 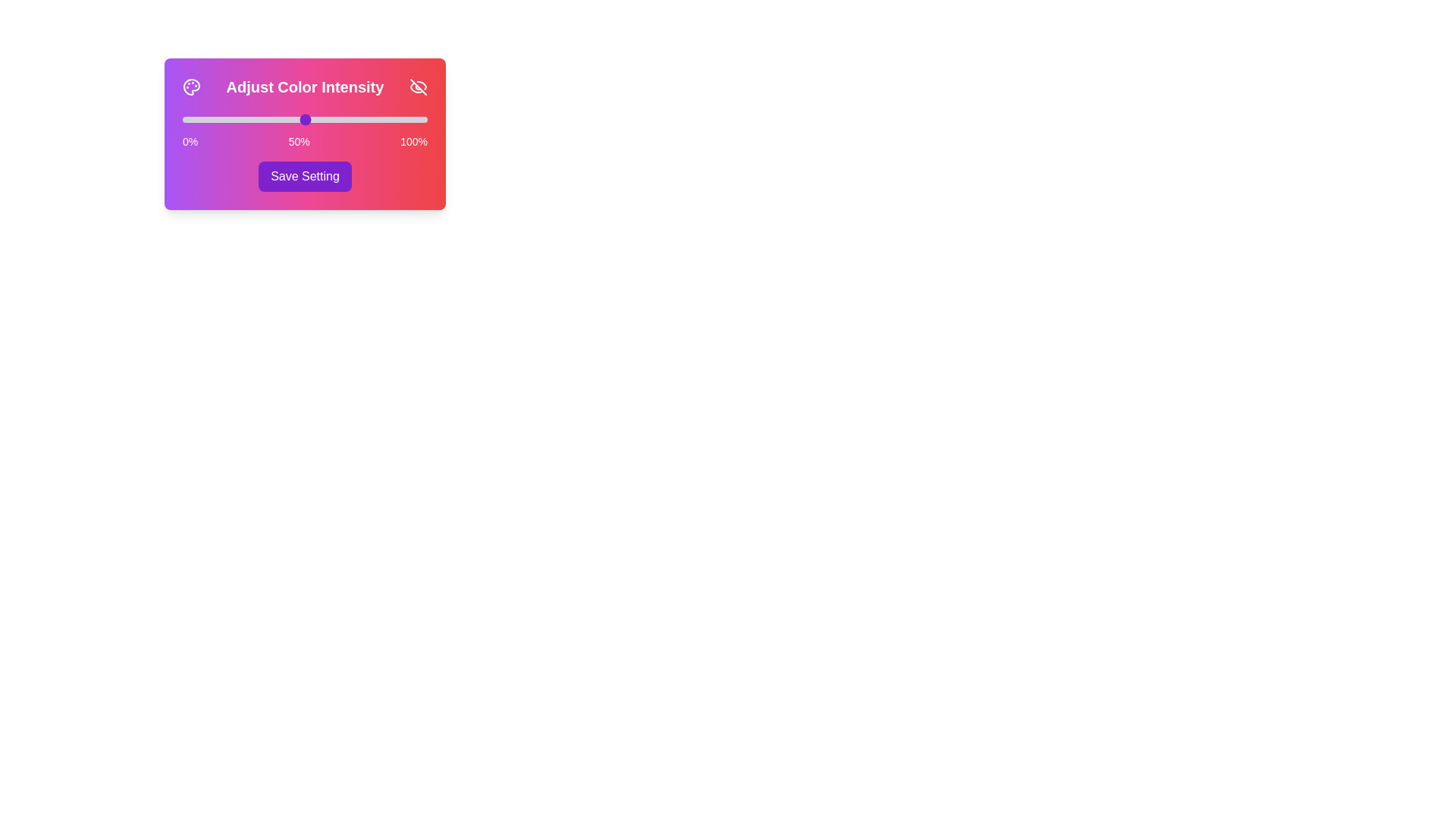 I want to click on the slider to set the color intensity to 58%, so click(x=324, y=119).